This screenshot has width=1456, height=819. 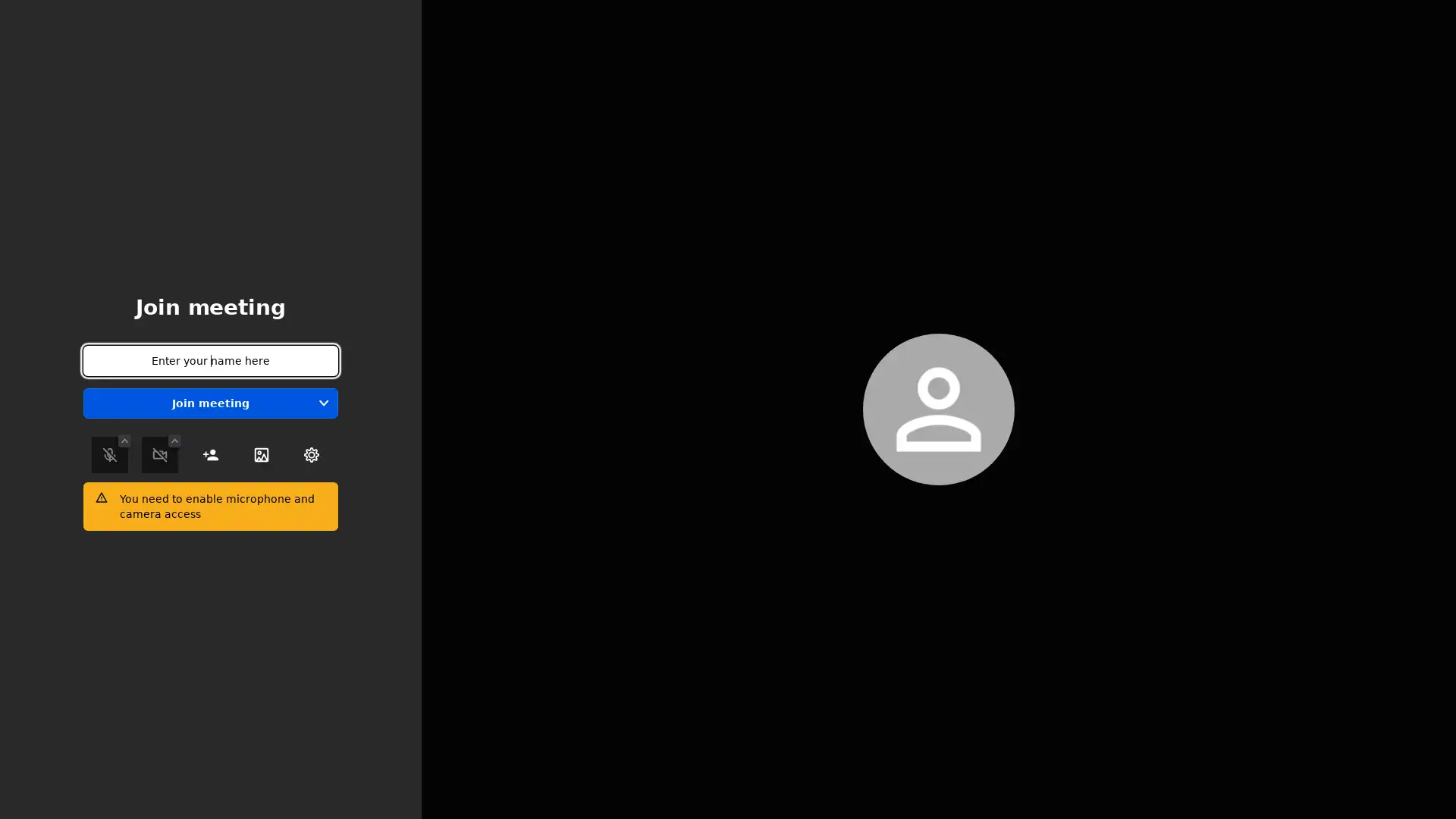 What do you see at coordinates (1335, 406) in the screenshot?
I see `Toggle filmstrip` at bounding box center [1335, 406].